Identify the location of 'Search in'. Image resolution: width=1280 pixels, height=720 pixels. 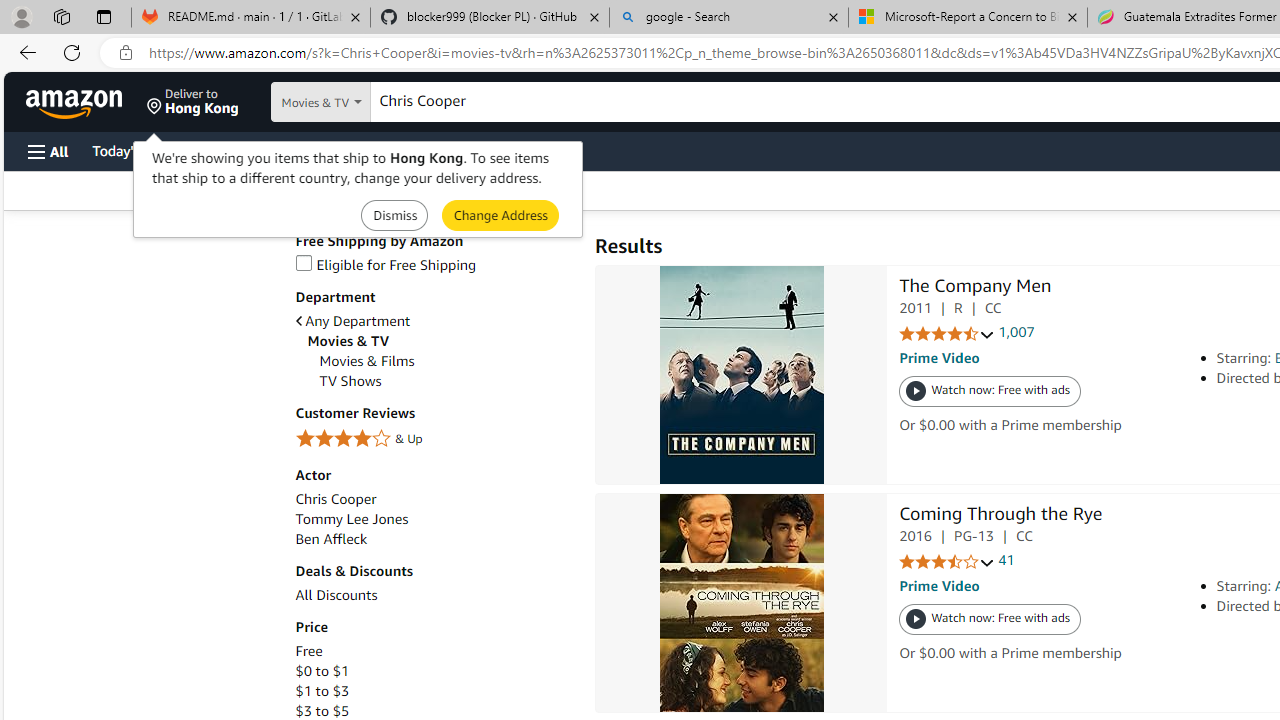
(371, 102).